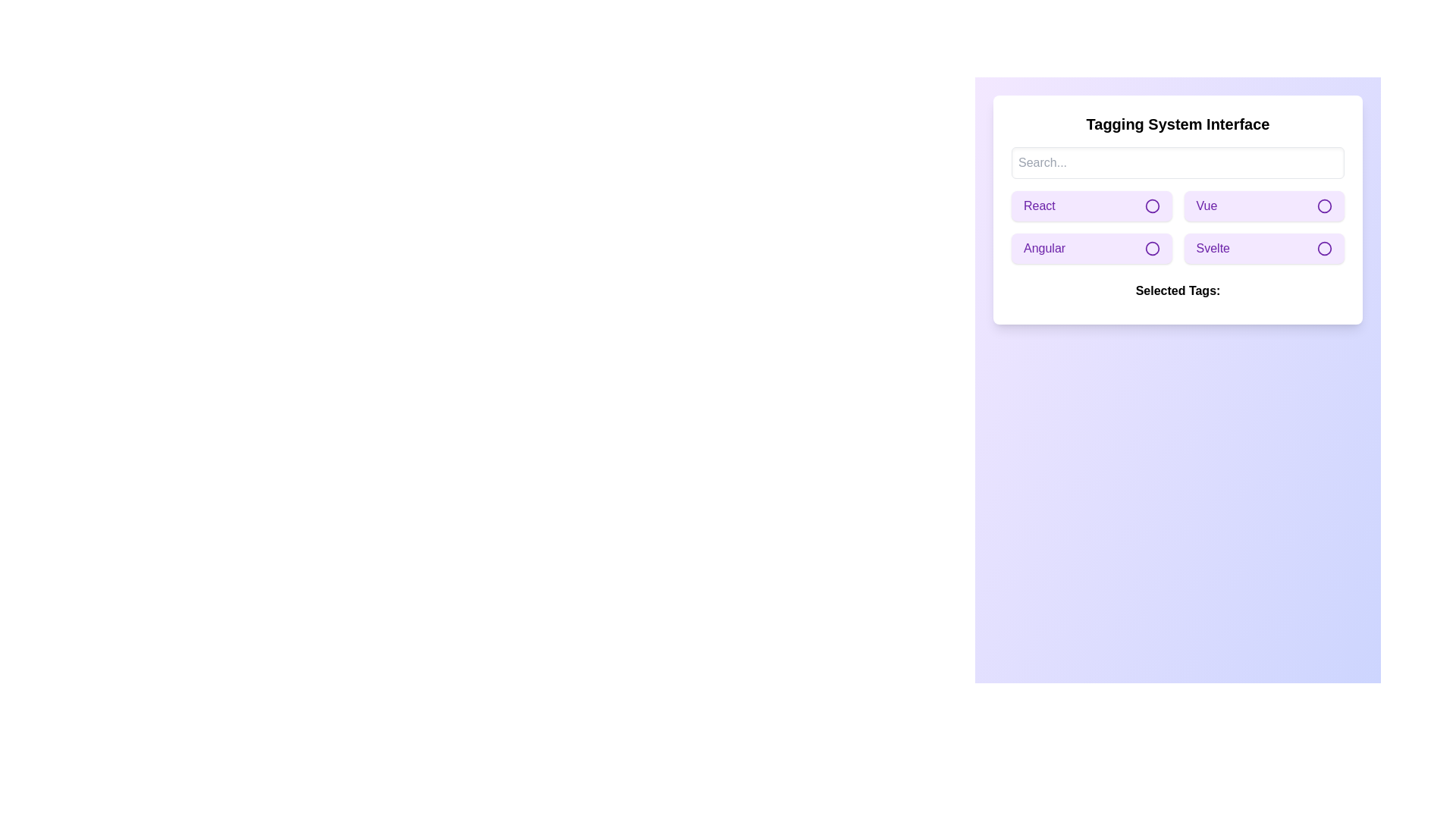 Image resolution: width=1456 pixels, height=819 pixels. I want to click on the Circular SVG graphic that visually represents the unselected or selectable state of the Angular option in the tag selection interface, so click(1152, 247).